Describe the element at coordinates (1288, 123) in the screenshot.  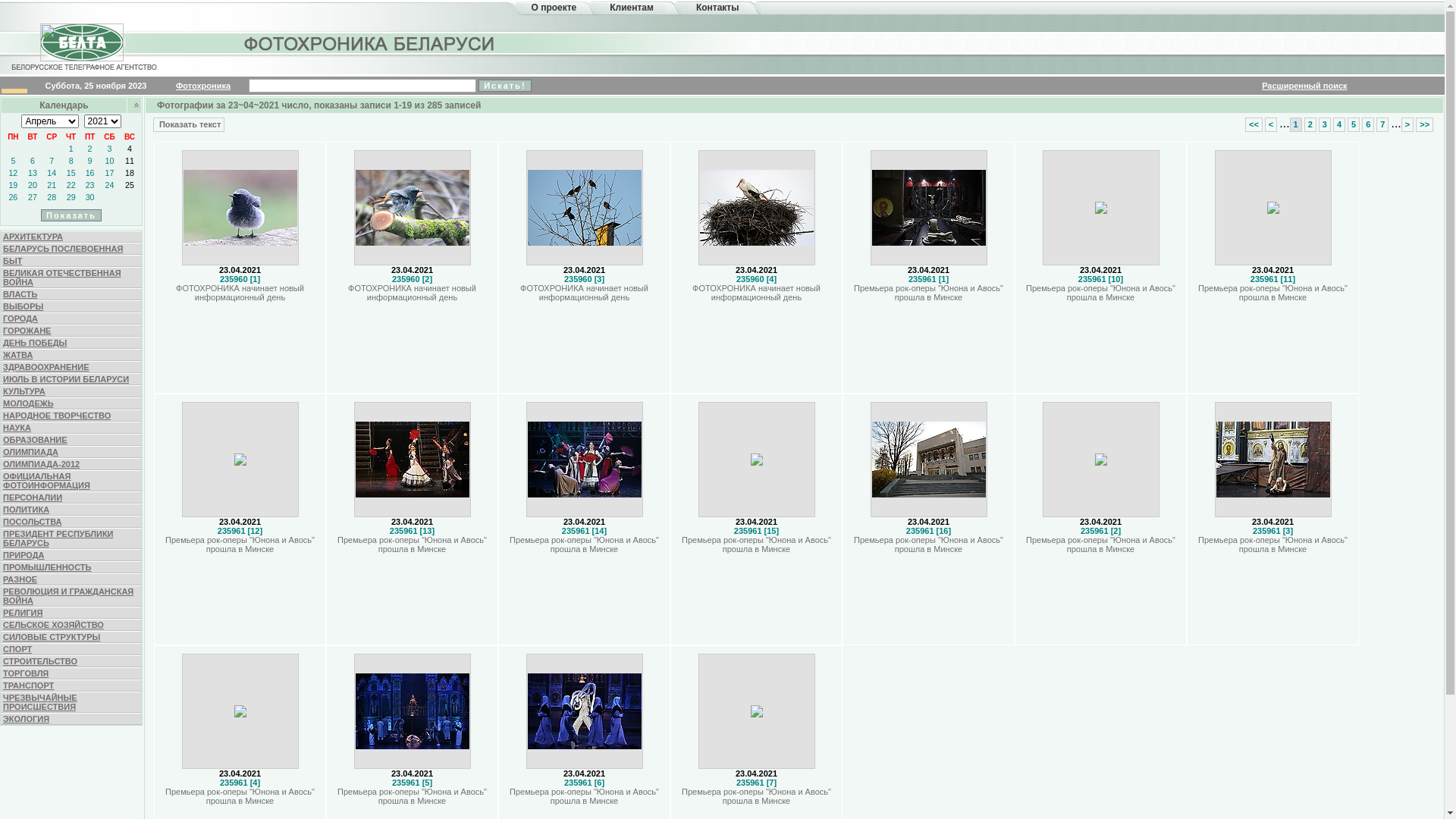
I see `'1'` at that location.